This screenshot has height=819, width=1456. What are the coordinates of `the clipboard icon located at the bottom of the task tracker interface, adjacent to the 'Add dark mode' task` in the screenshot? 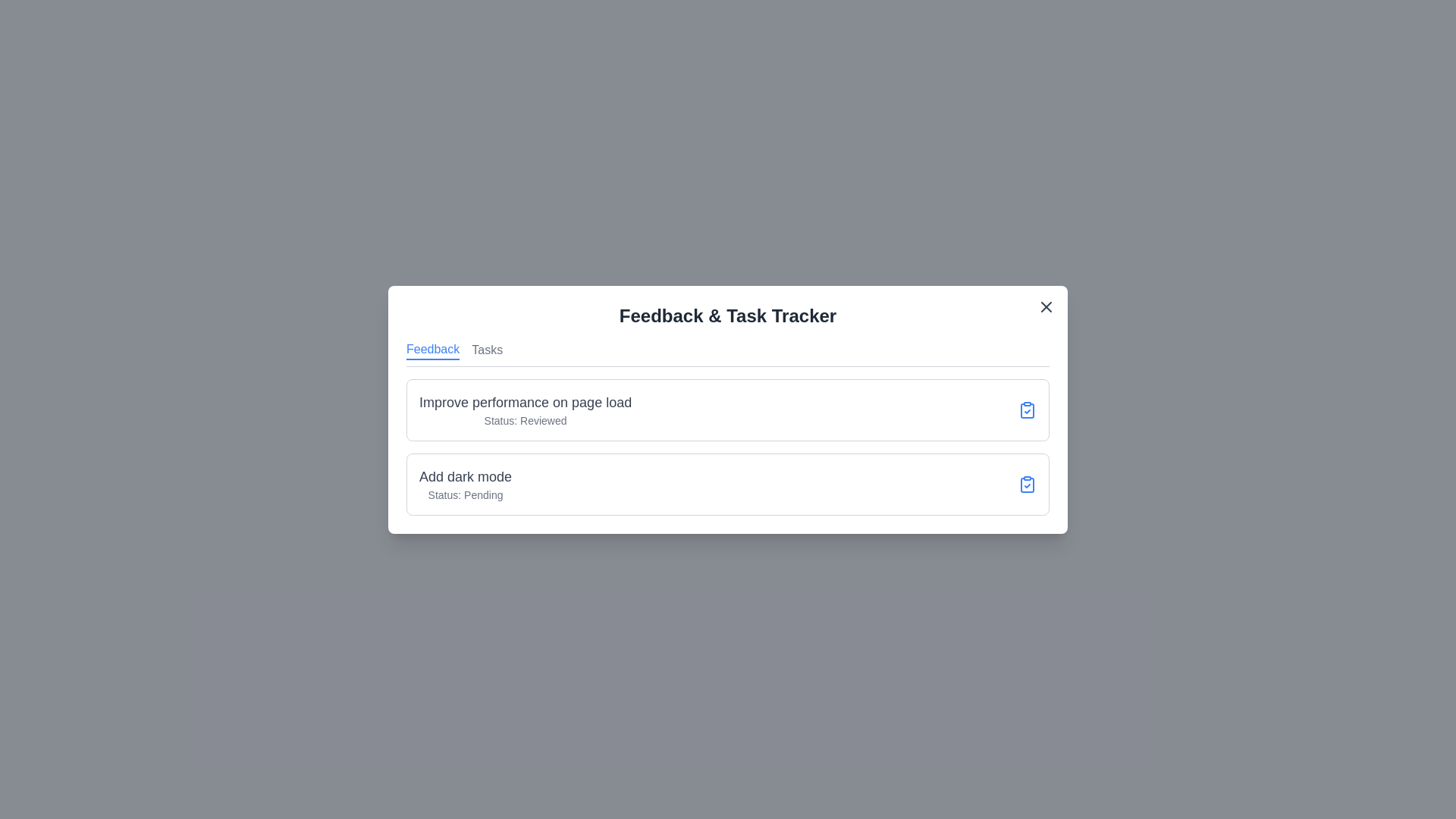 It's located at (1027, 485).